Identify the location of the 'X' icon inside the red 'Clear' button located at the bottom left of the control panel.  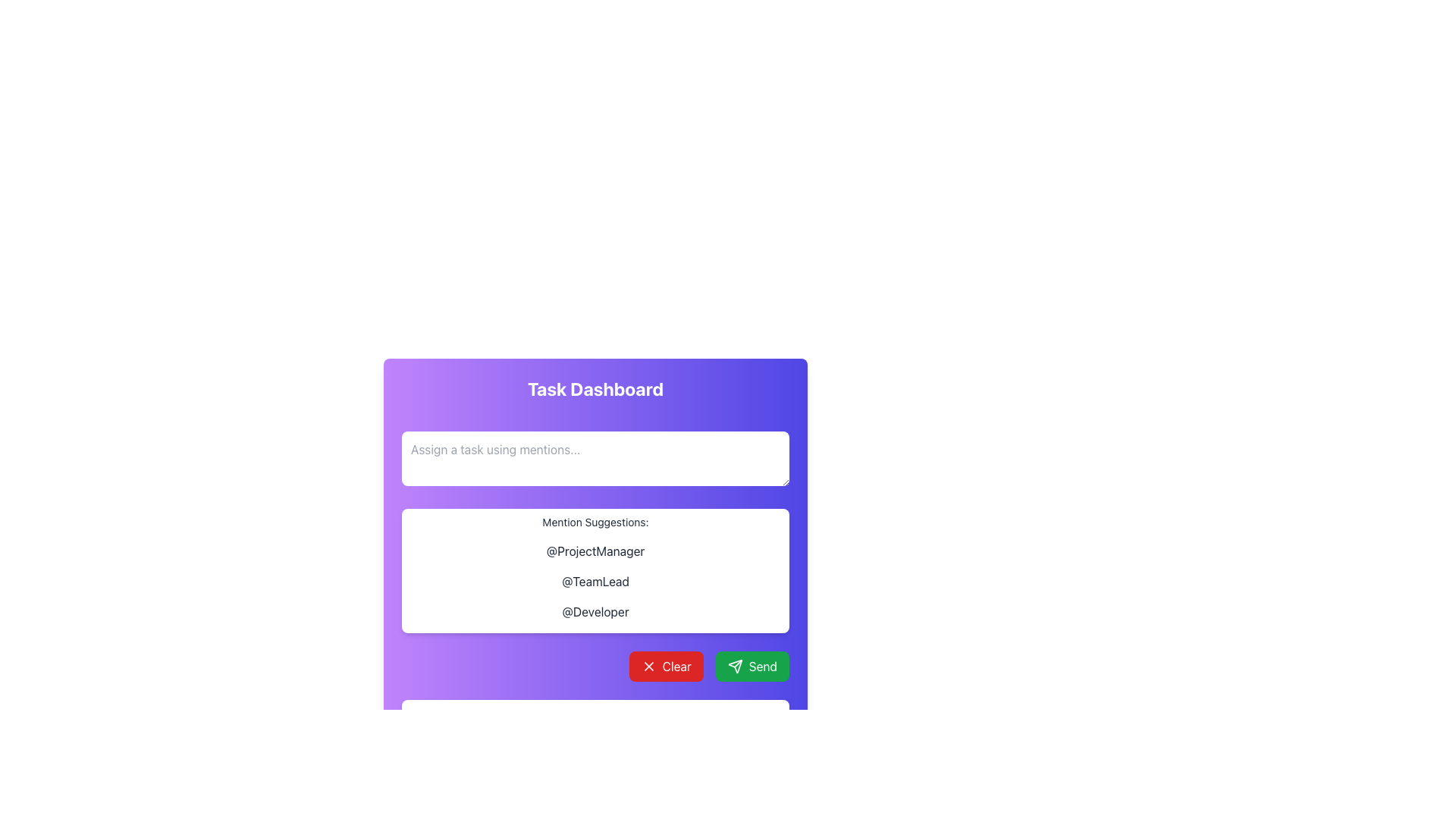
(648, 666).